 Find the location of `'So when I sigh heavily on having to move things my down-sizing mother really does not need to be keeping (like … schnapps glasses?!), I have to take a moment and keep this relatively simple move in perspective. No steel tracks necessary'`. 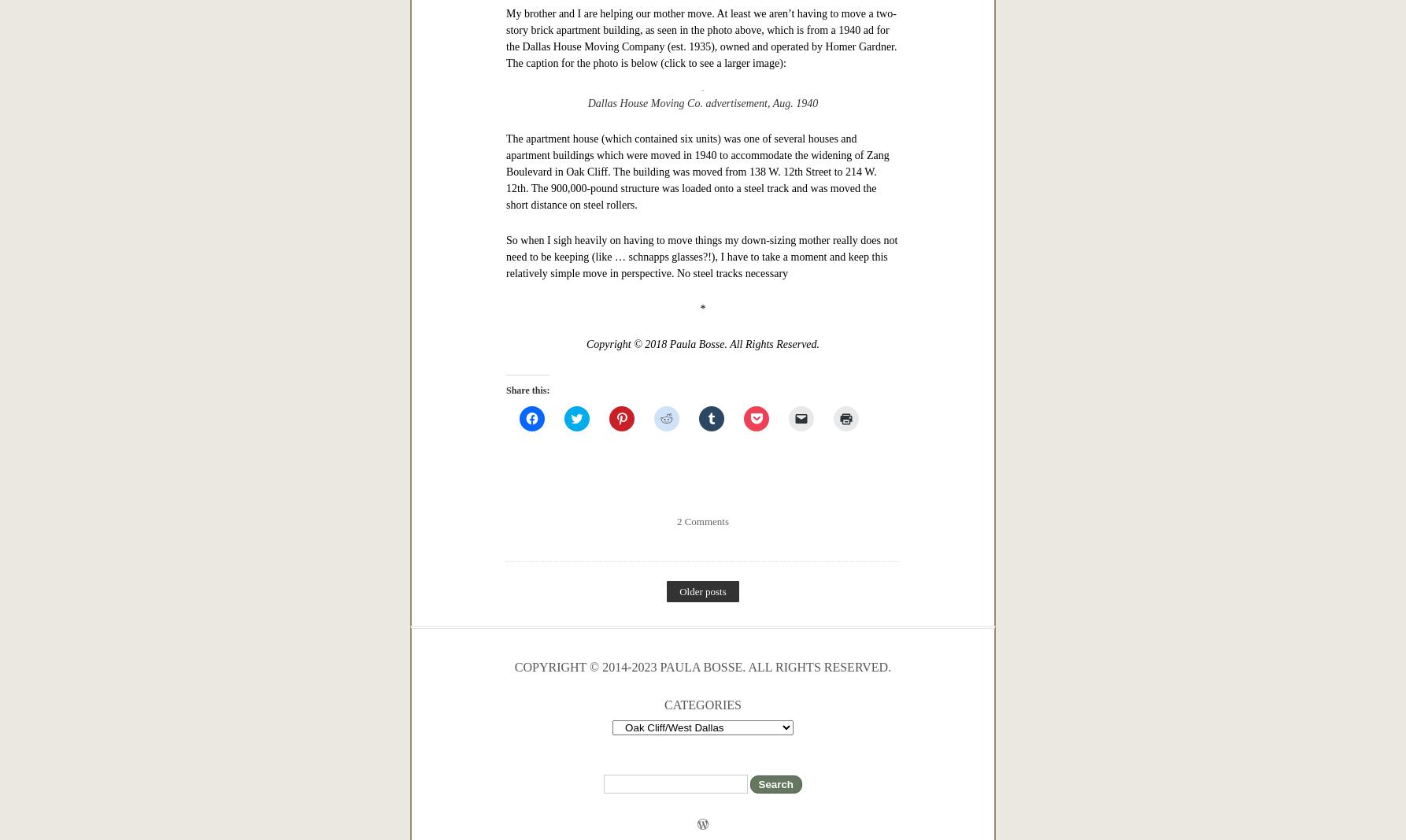

'So when I sigh heavily on having to move things my down-sizing mother really does not need to be keeping (like … schnapps glasses?!), I have to take a moment and keep this relatively simple move in perspective. No steel tracks necessary' is located at coordinates (701, 751).